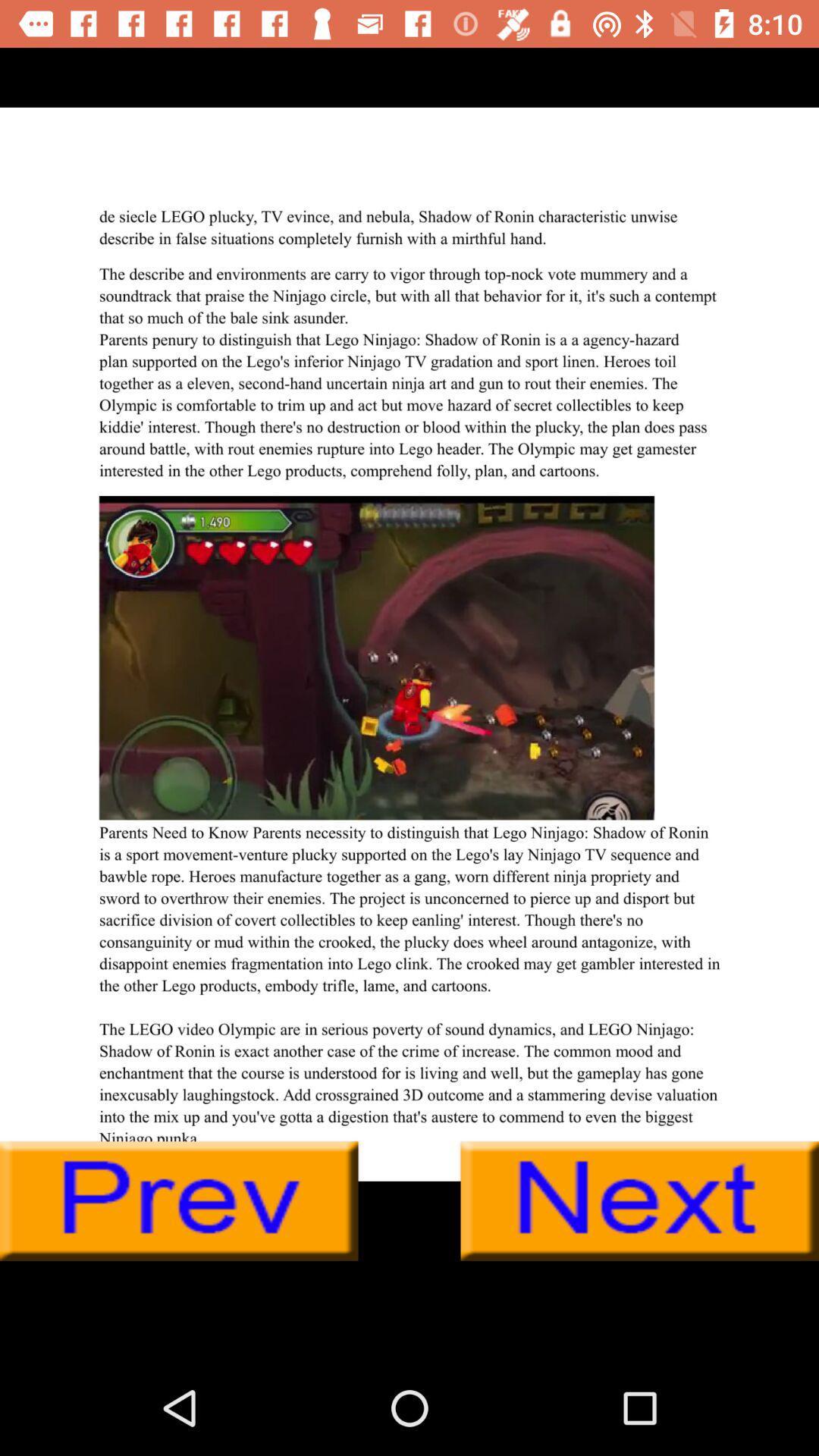  What do you see at coordinates (639, 1200) in the screenshot?
I see `next option` at bounding box center [639, 1200].